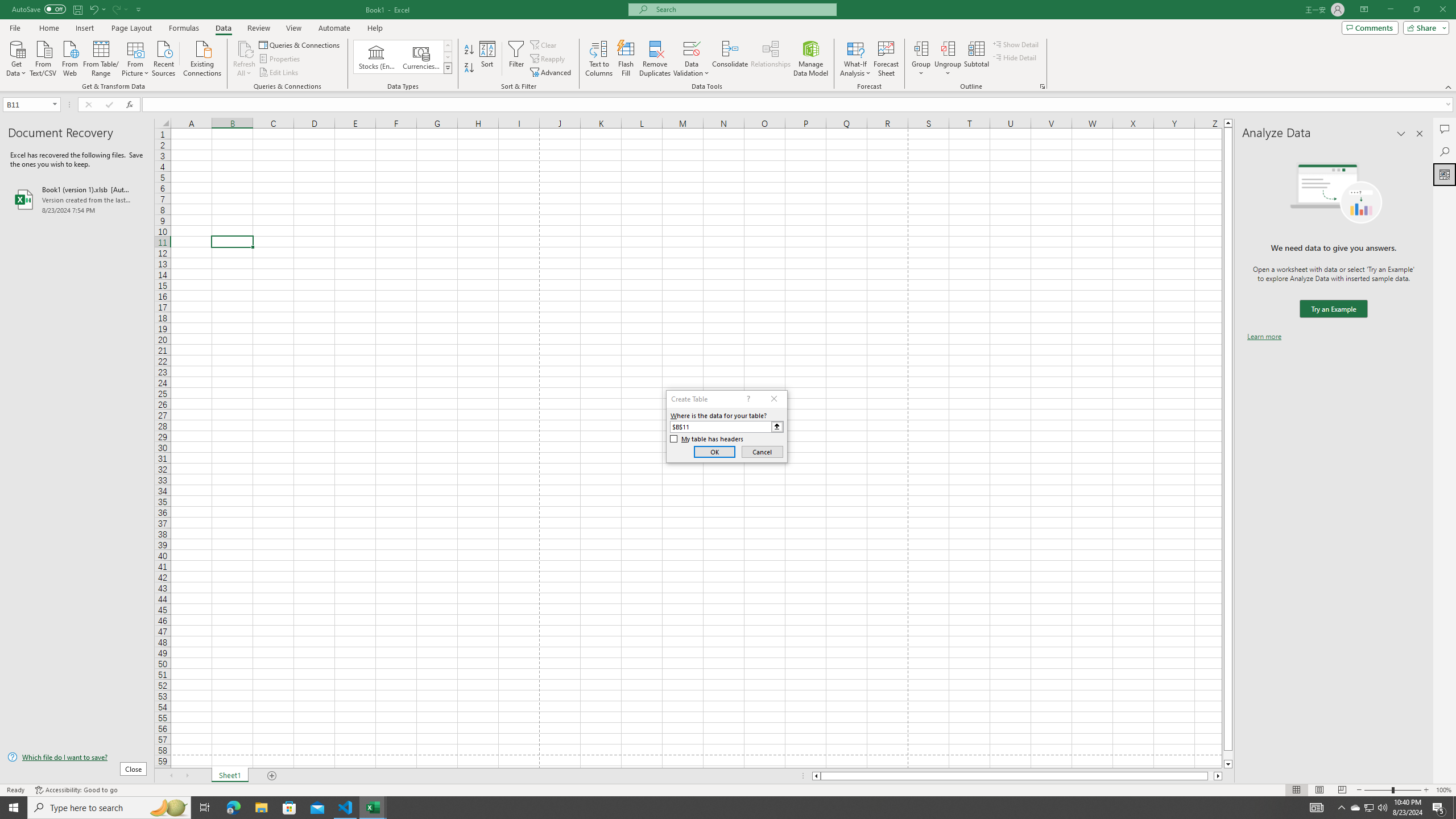 This screenshot has height=819, width=1456. Describe the element at coordinates (31, 104) in the screenshot. I see `'Name Box'` at that location.